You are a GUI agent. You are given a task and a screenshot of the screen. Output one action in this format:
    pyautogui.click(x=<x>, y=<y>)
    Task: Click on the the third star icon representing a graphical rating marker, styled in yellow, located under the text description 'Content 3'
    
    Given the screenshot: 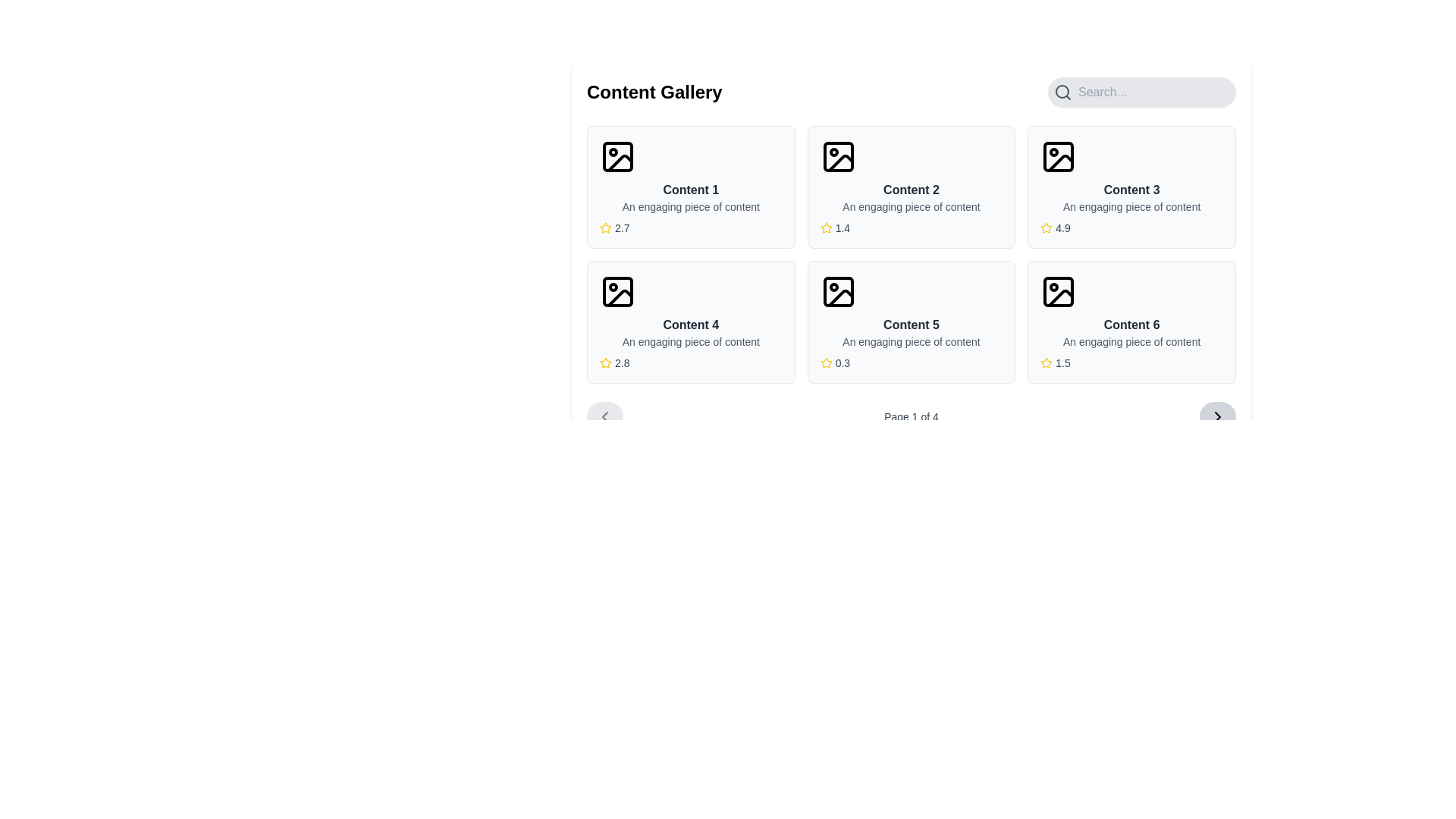 What is the action you would take?
    pyautogui.click(x=1046, y=227)
    